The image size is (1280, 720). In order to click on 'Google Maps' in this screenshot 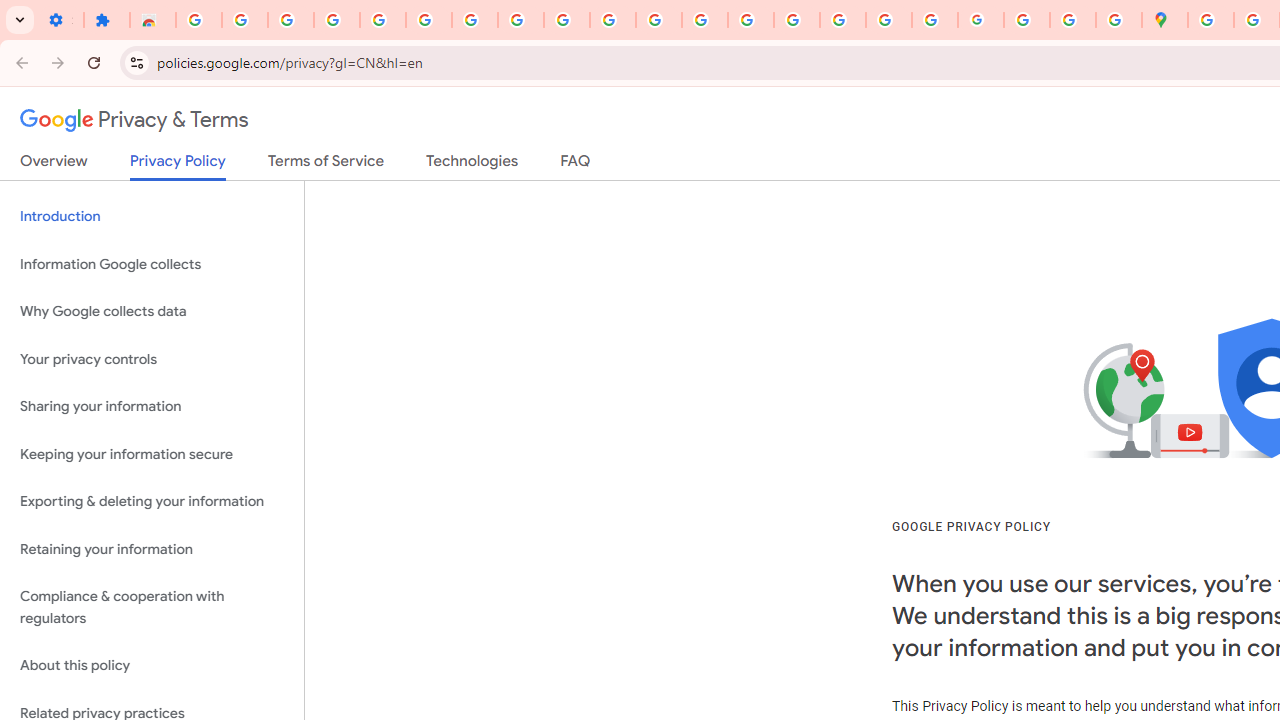, I will do `click(1164, 20)`.